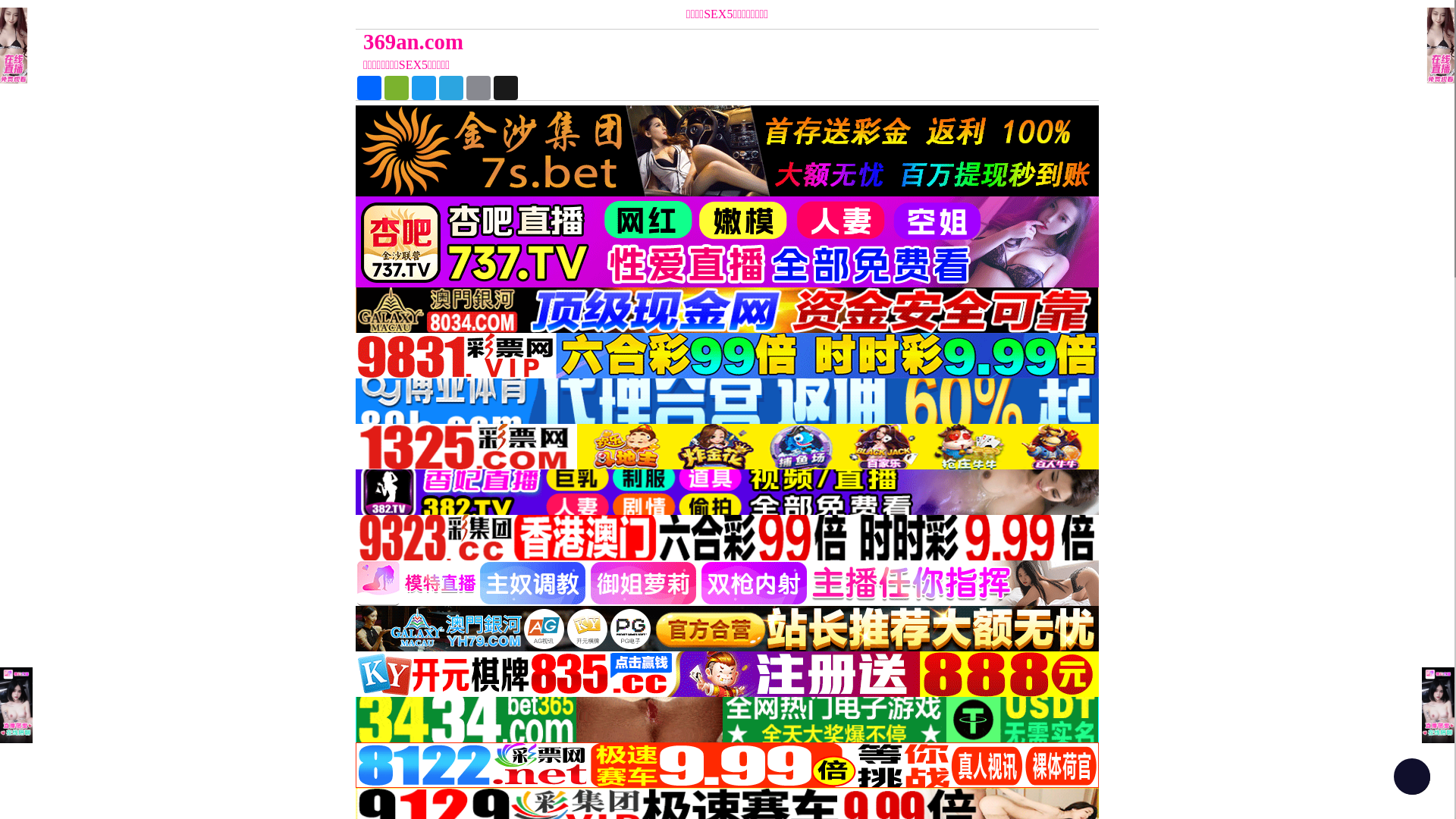 The height and width of the screenshot is (819, 1456). I want to click on 'Twitter', so click(410, 87).